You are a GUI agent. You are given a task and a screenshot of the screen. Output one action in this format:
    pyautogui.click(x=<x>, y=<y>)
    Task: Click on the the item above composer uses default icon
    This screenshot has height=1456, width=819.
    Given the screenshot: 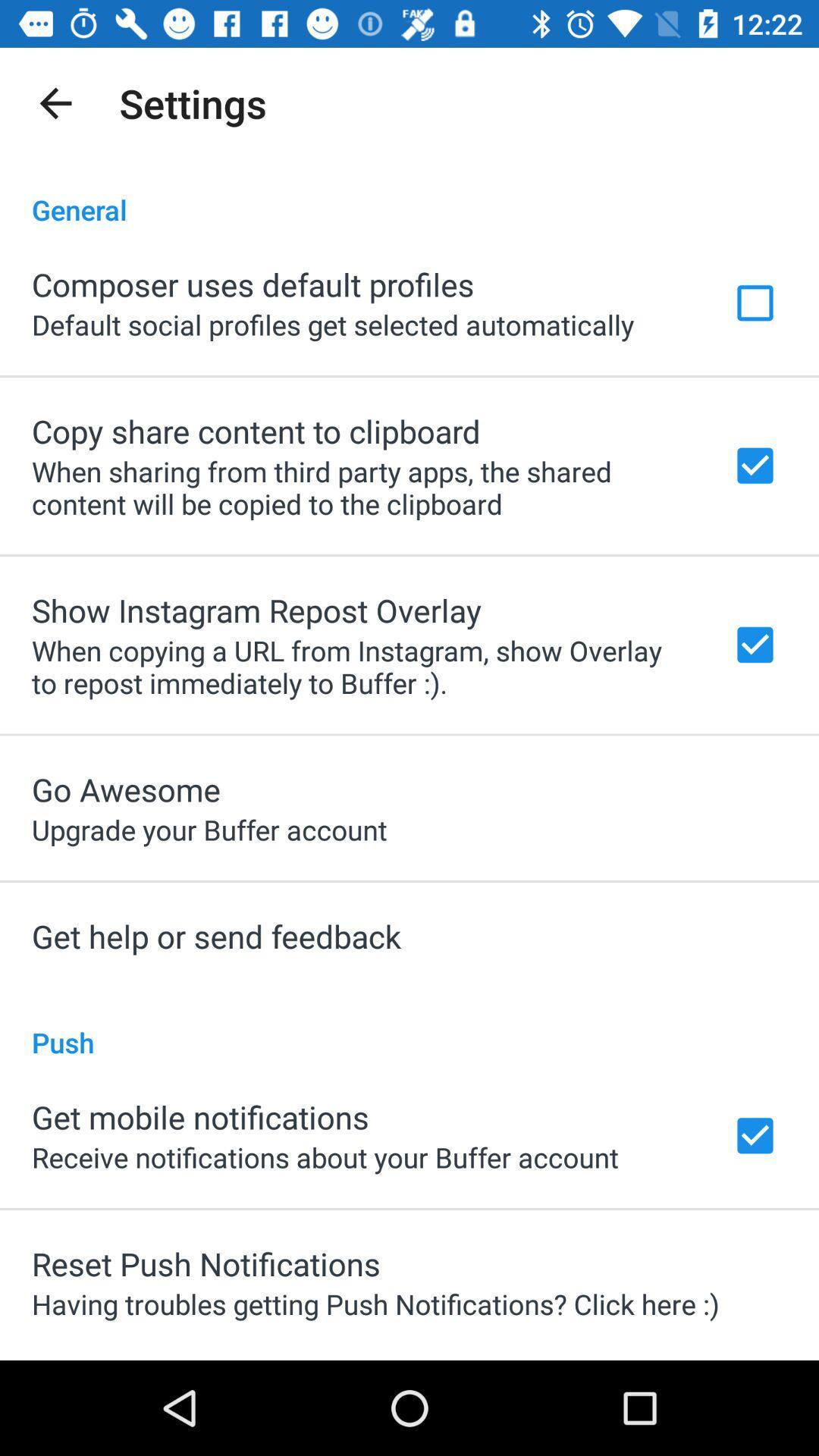 What is the action you would take?
    pyautogui.click(x=409, y=193)
    